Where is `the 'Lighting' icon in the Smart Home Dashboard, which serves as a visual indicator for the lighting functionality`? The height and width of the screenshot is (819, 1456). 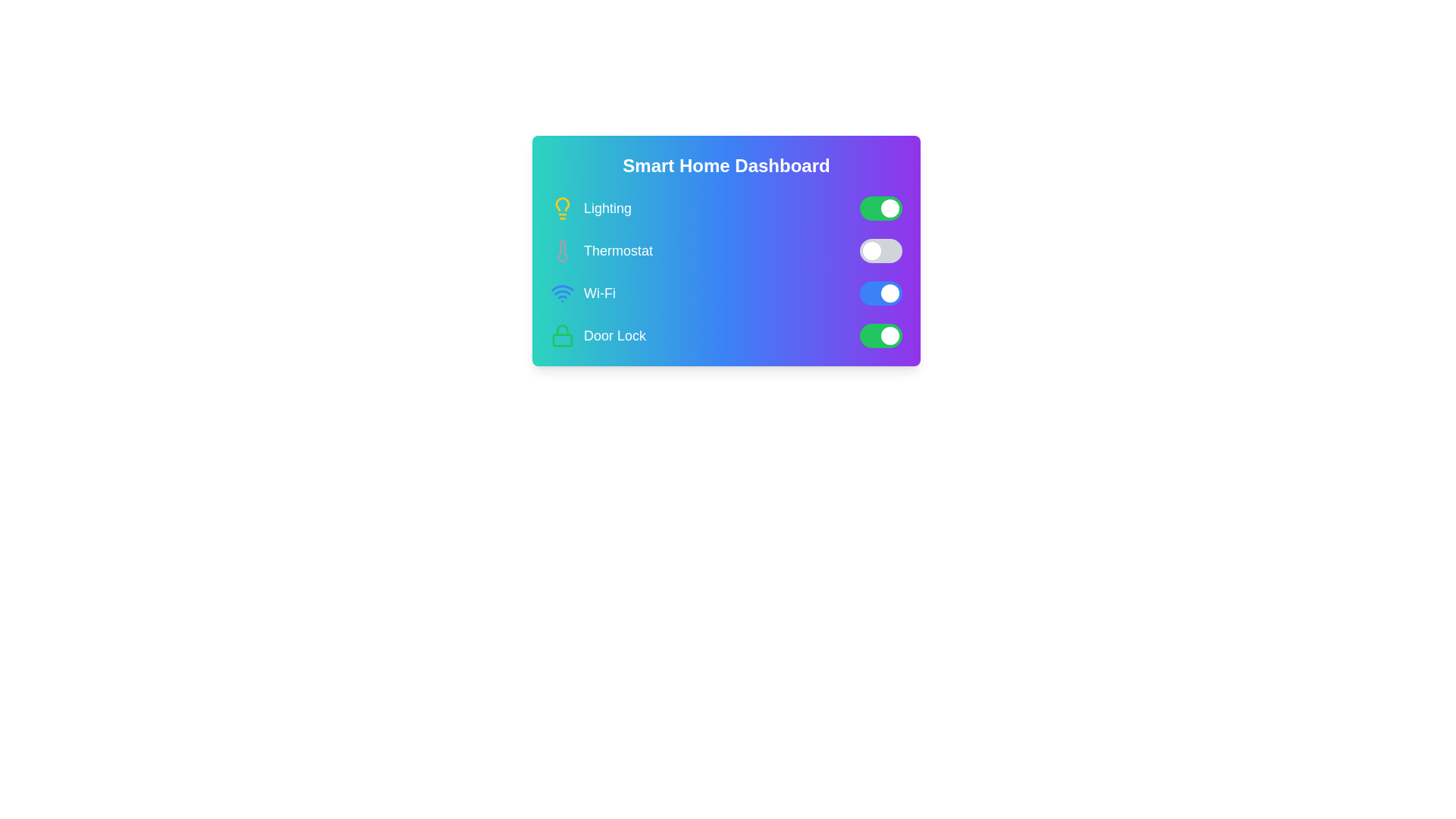
the 'Lighting' icon in the Smart Home Dashboard, which serves as a visual indicator for the lighting functionality is located at coordinates (562, 208).